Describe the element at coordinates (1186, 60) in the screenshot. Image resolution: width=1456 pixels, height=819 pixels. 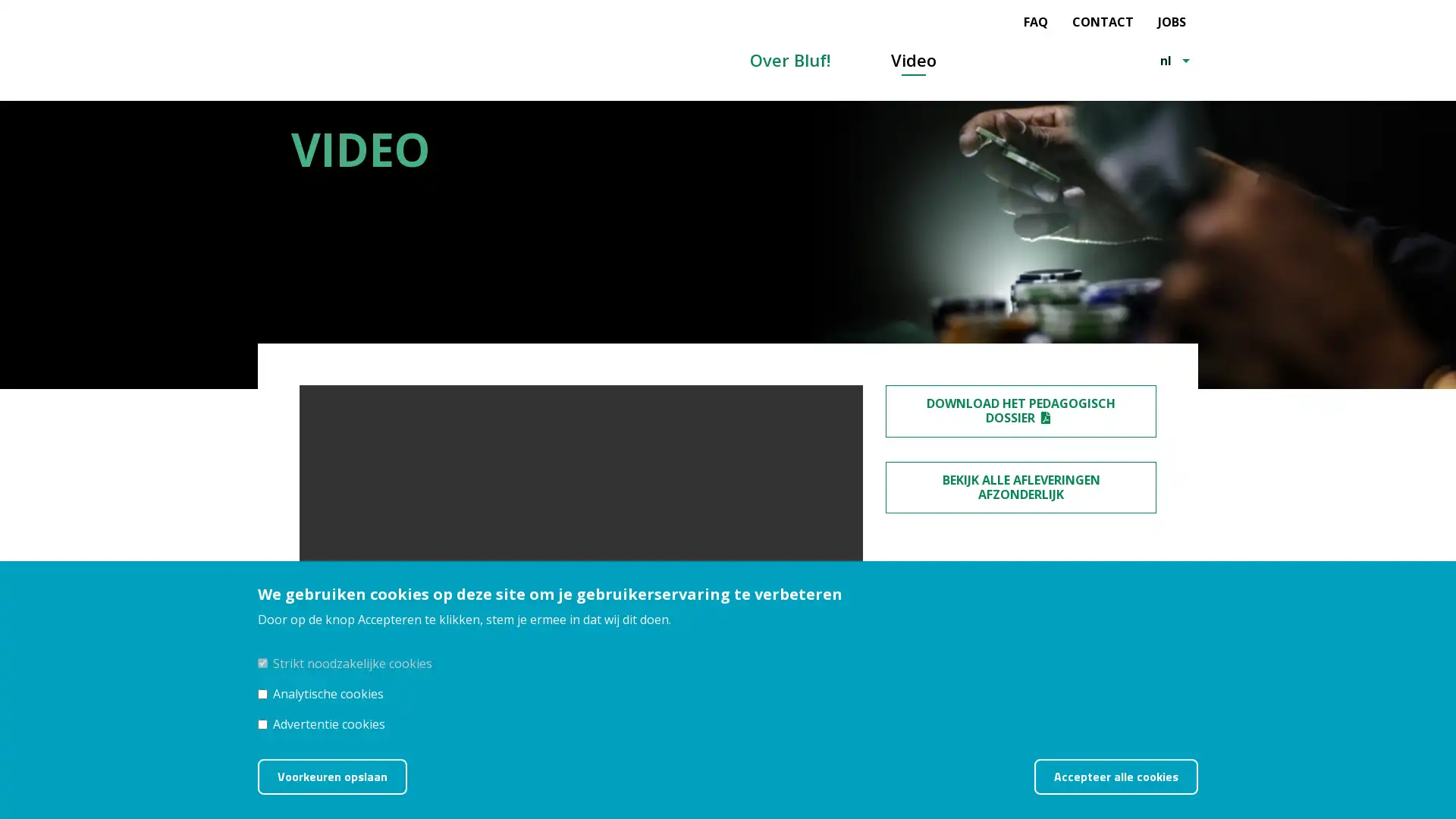
I see `other languages` at that location.